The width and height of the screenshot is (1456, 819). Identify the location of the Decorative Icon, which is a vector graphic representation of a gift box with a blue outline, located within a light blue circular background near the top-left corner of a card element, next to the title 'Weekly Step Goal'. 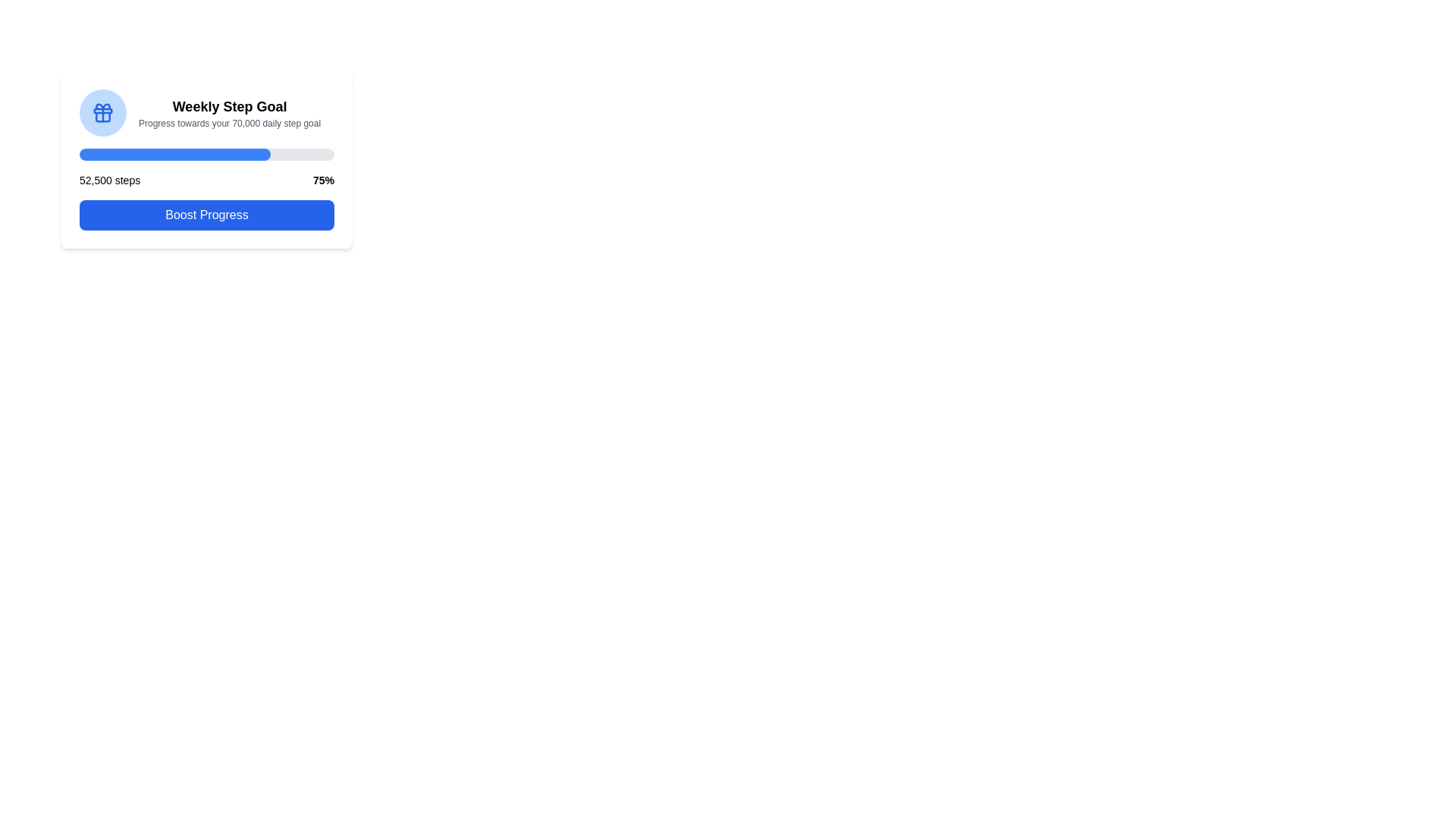
(102, 112).